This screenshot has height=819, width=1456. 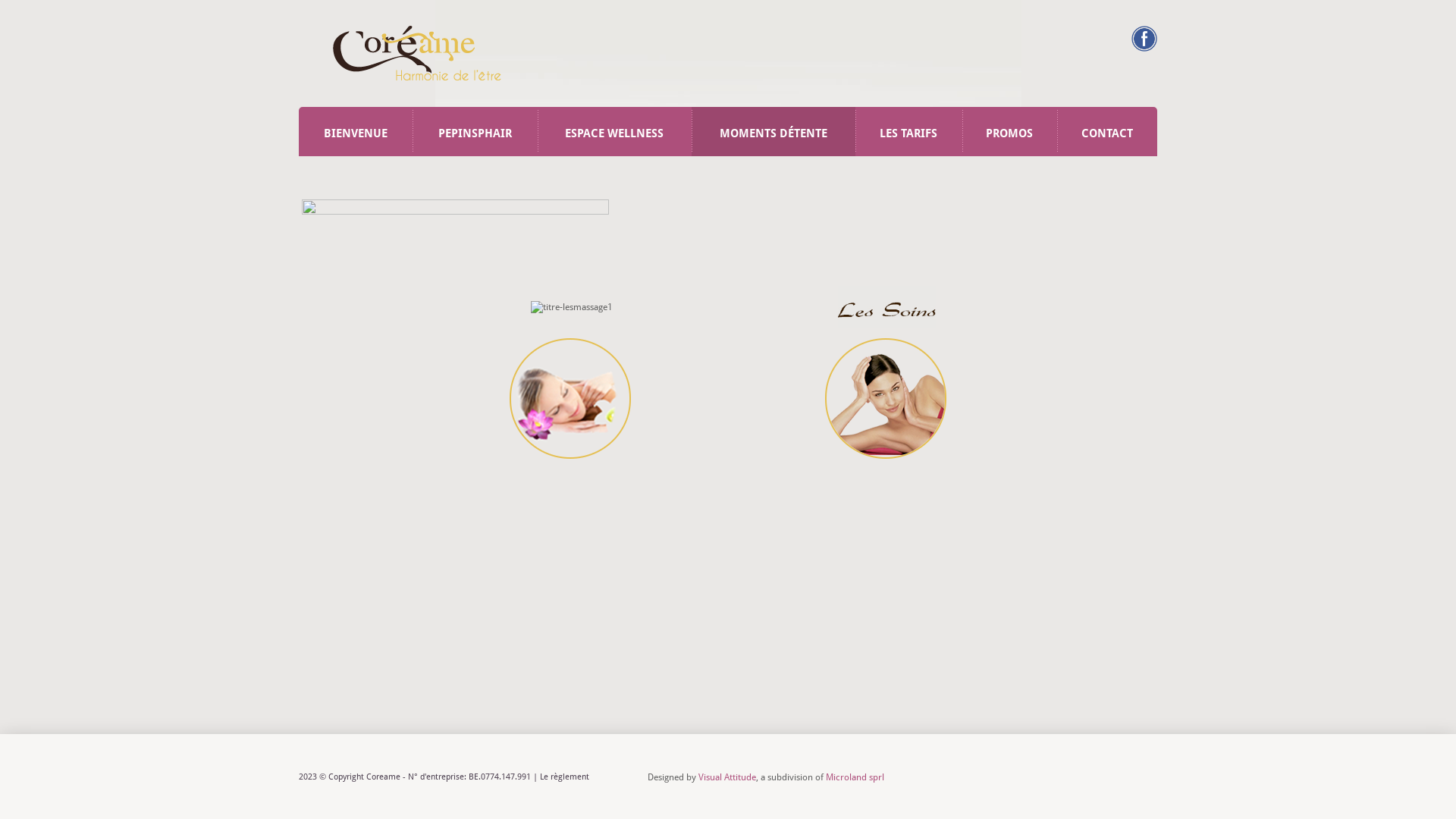 I want to click on 'BIENVENUE', so click(x=298, y=130).